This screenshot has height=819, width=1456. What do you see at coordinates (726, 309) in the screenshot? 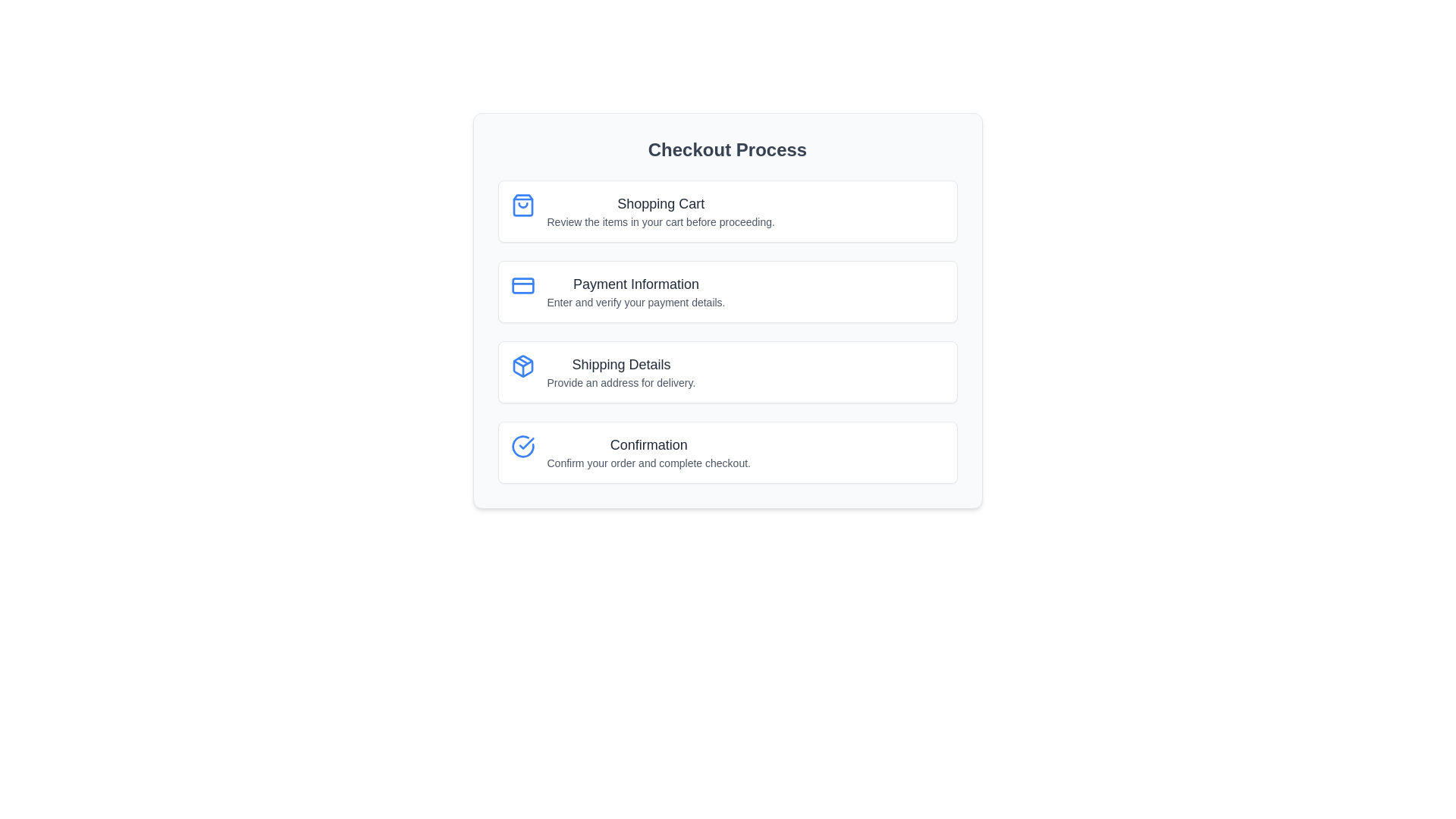
I see `the Informational Section that displays information about entering and verifying payment details in the checkout process` at bounding box center [726, 309].